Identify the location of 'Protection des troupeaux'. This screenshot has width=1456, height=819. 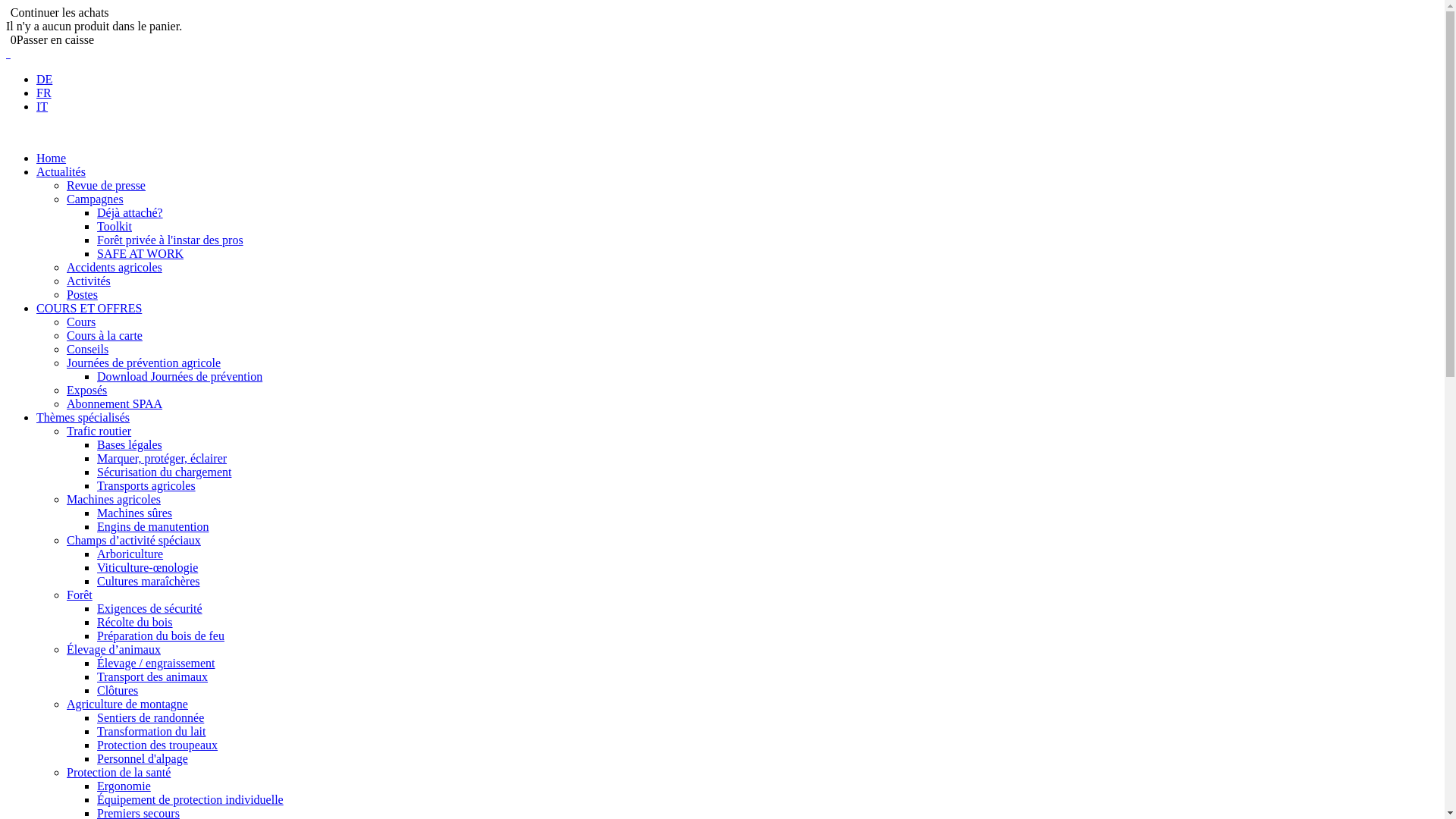
(157, 744).